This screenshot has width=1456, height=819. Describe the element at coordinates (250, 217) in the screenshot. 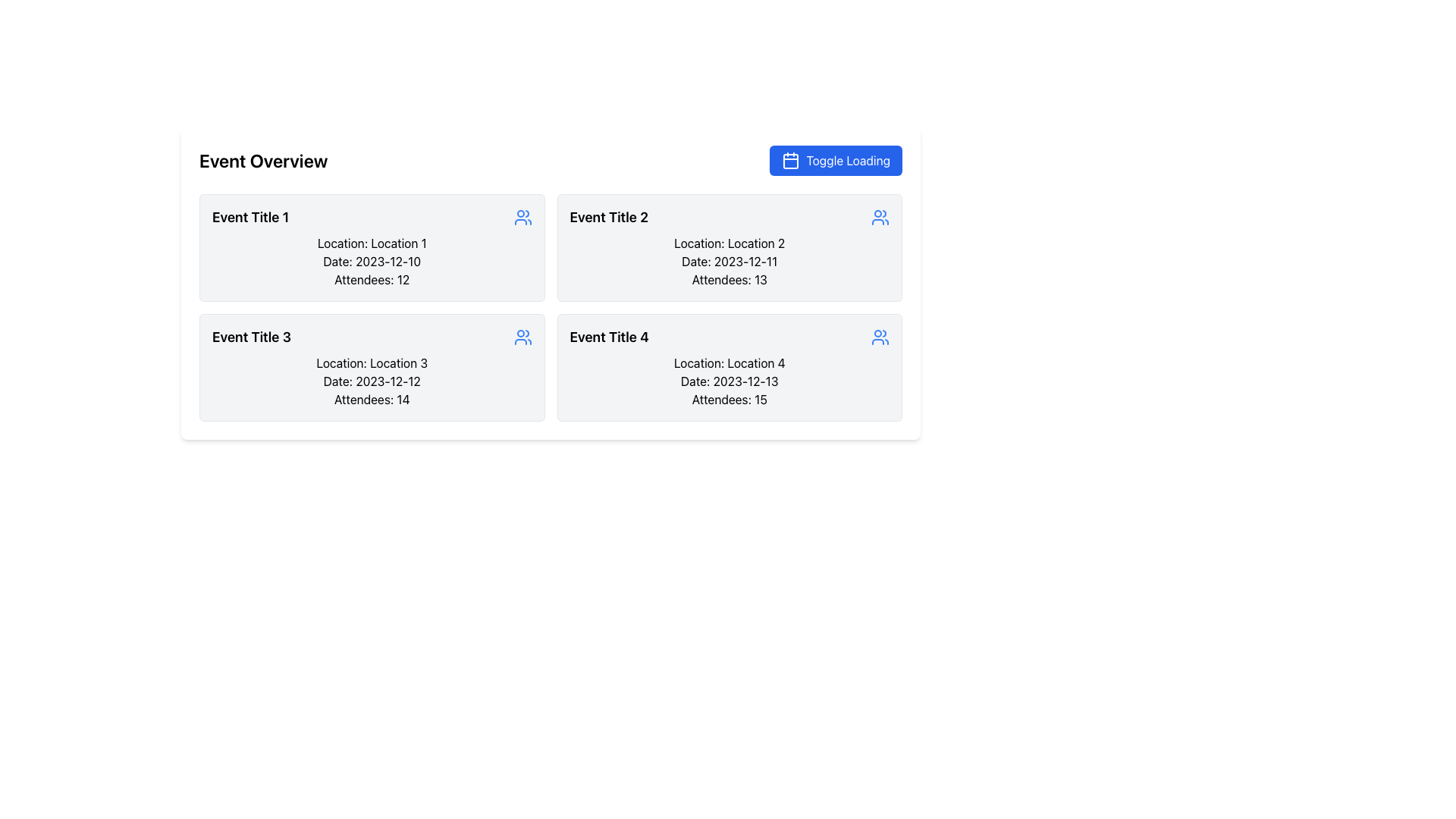

I see `the static text label displaying 'Event Title 1', which is styled in bold and slightly larger font located at the top-left section of the first event card` at that location.